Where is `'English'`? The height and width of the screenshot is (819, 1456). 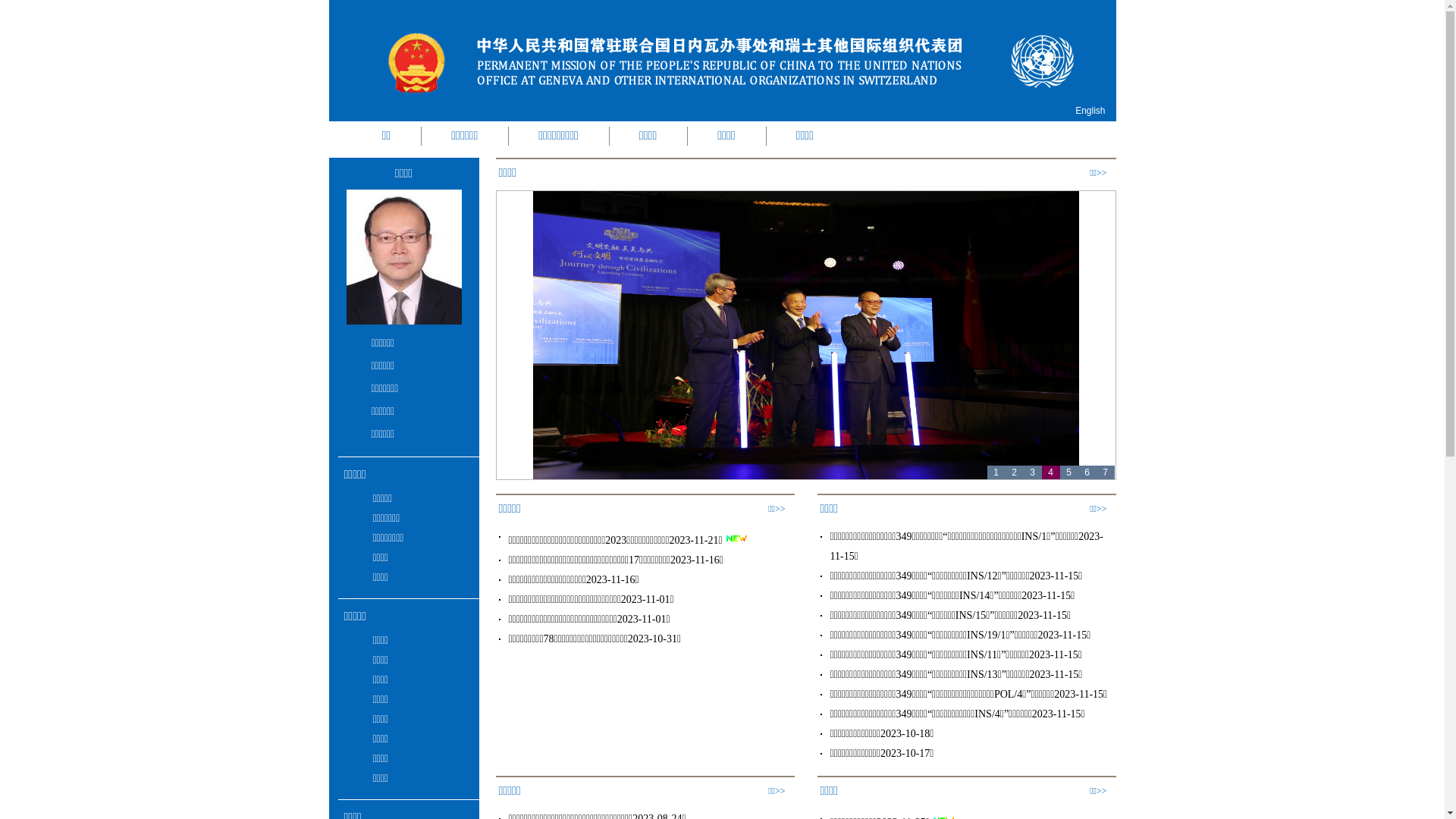
'English' is located at coordinates (1089, 110).